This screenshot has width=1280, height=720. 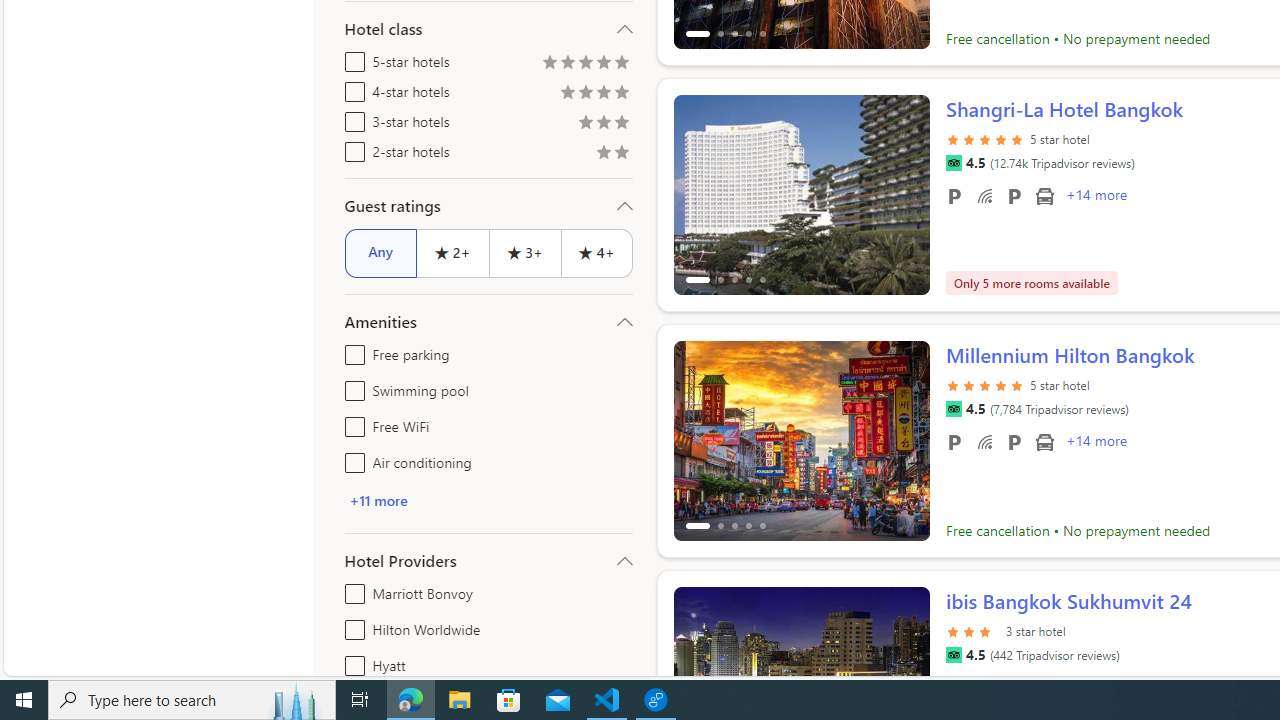 I want to click on 'Swimming pool', so click(x=351, y=387).